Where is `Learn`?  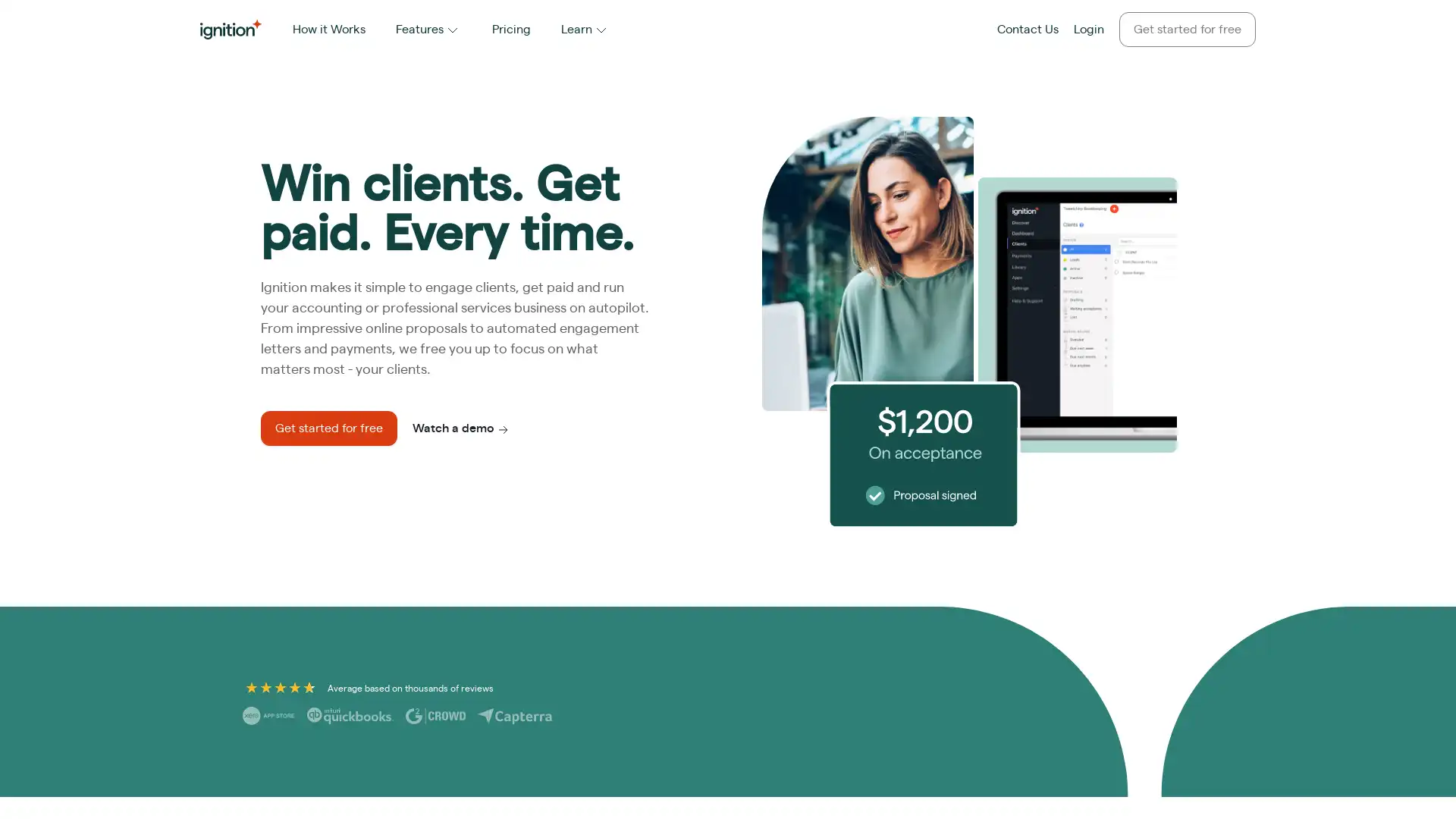
Learn is located at coordinates (585, 29).